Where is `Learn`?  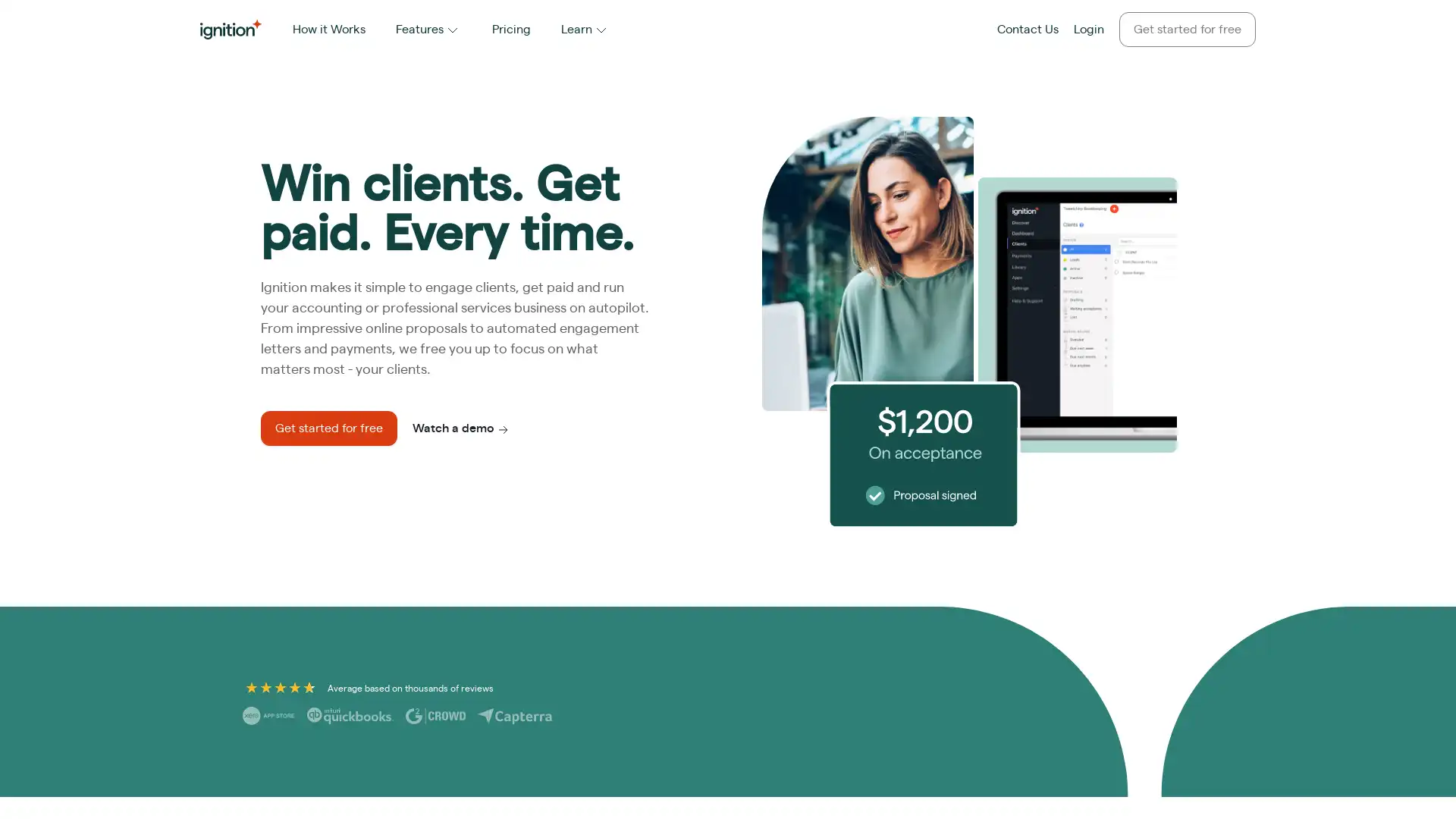
Learn is located at coordinates (585, 29).